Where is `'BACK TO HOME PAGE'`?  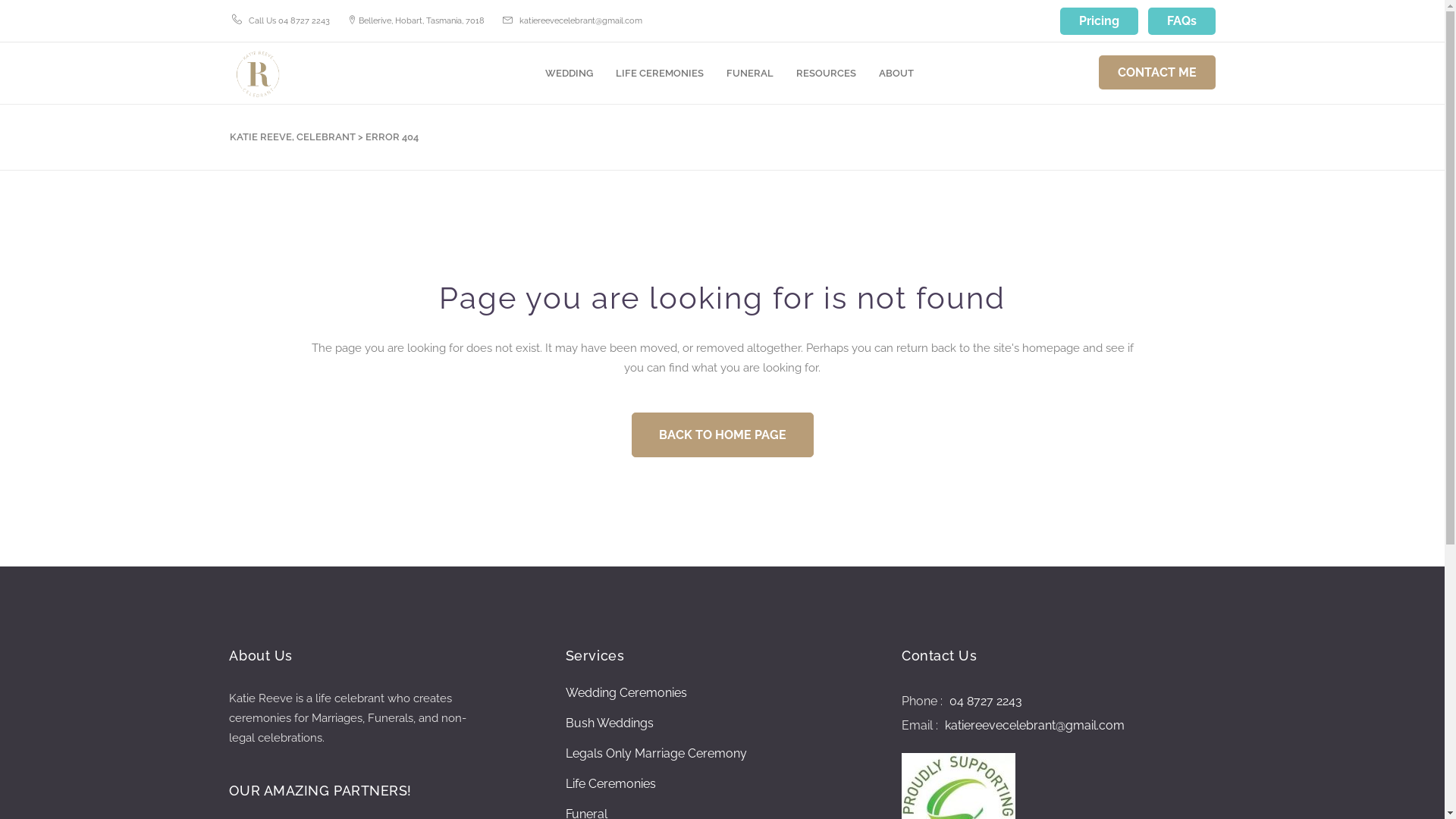
'BACK TO HOME PAGE' is located at coordinates (630, 435).